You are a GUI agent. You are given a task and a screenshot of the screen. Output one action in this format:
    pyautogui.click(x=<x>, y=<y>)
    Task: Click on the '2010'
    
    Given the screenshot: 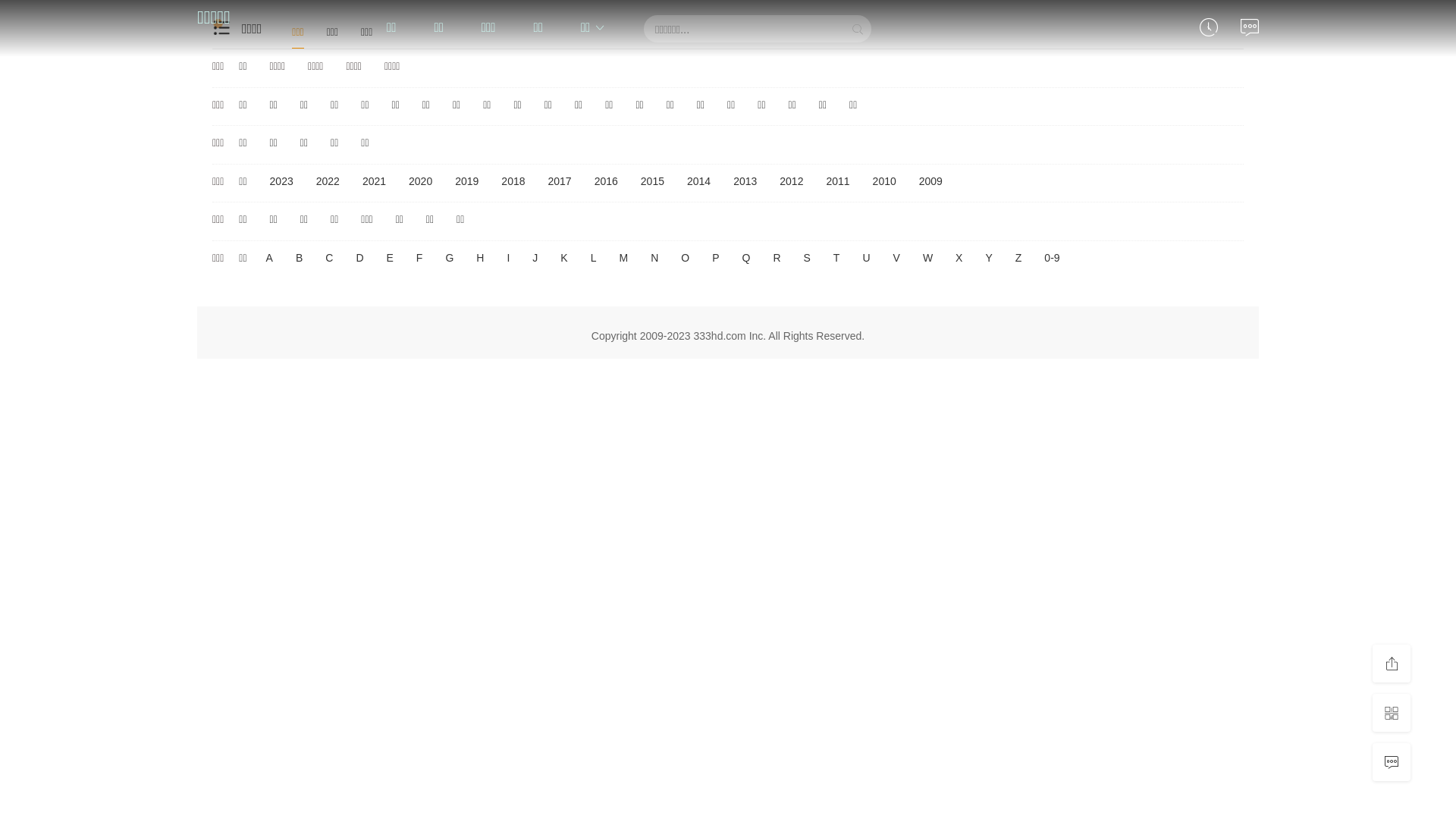 What is the action you would take?
    pyautogui.click(x=884, y=180)
    